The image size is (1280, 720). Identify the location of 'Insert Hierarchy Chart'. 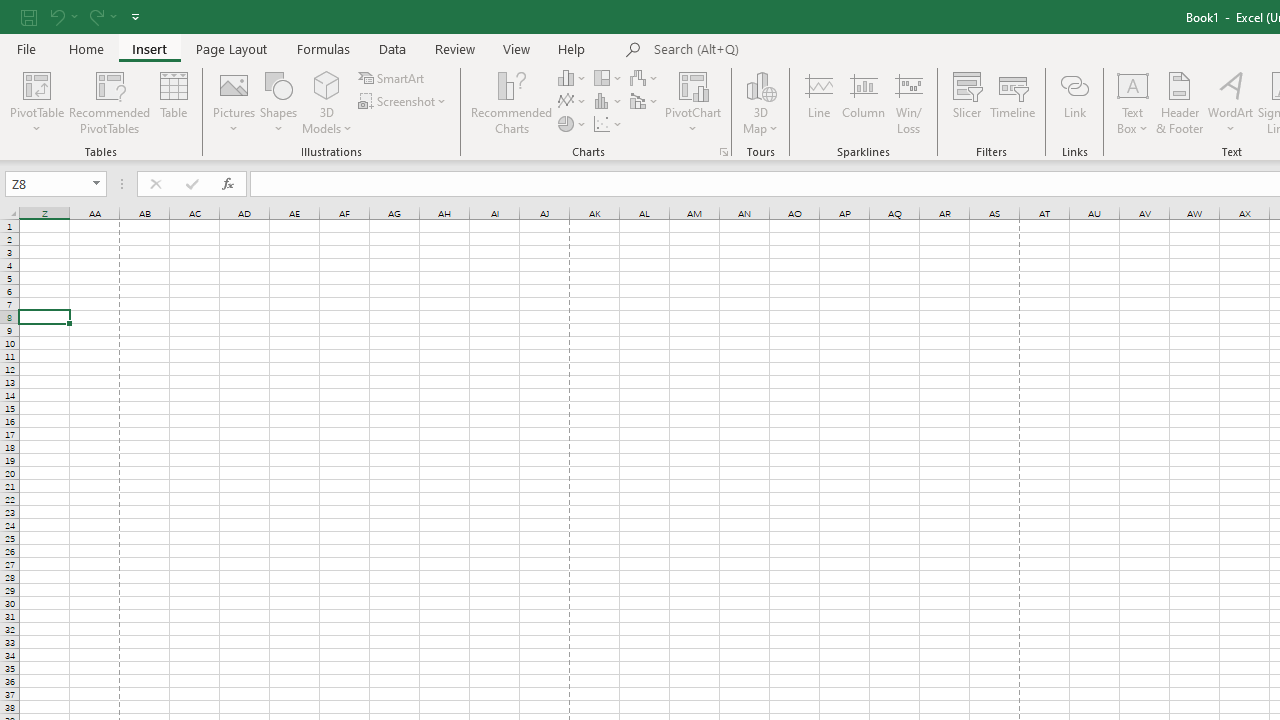
(608, 77).